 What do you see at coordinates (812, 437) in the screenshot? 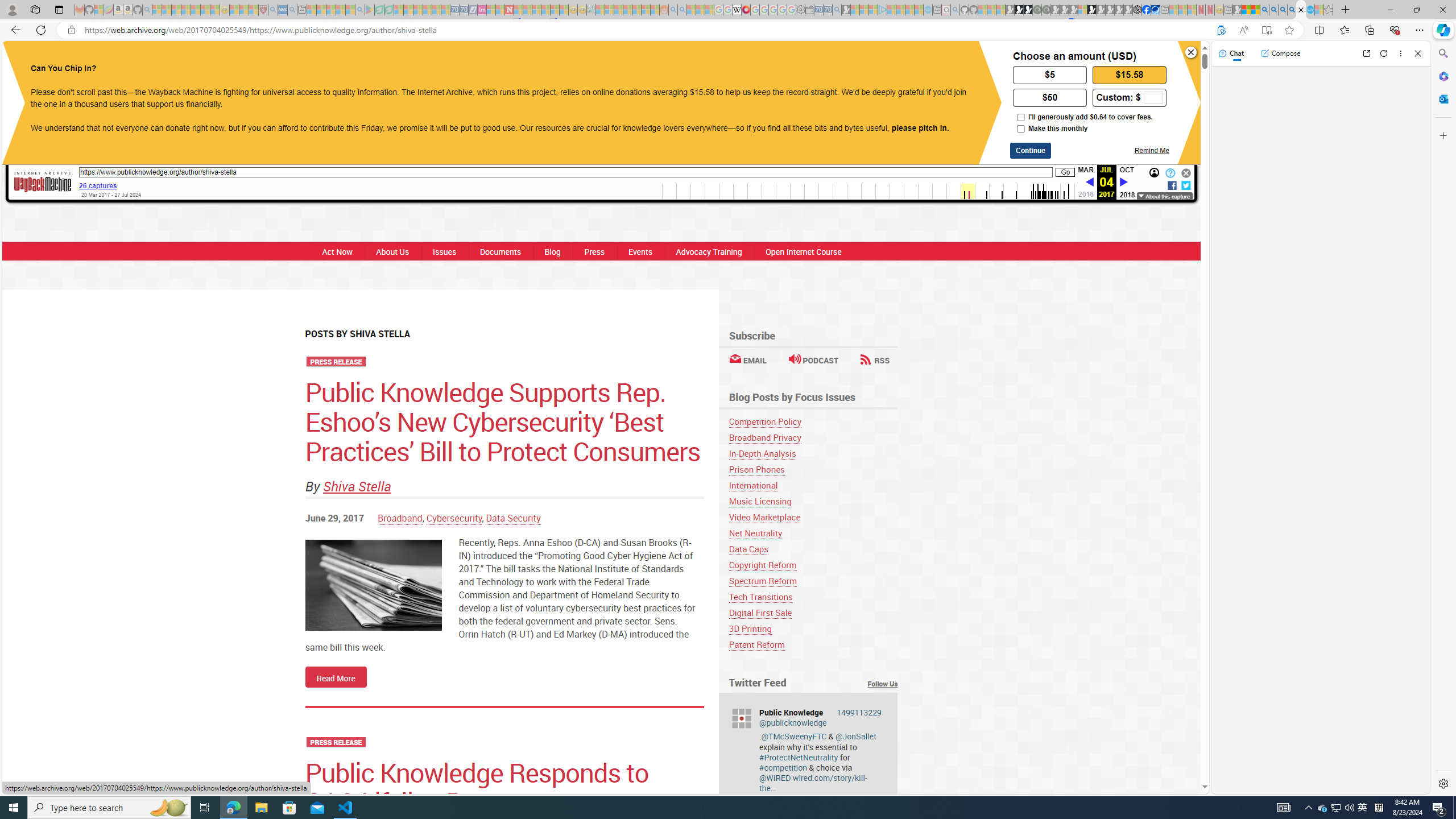
I see `'Broadband Privacy'` at bounding box center [812, 437].